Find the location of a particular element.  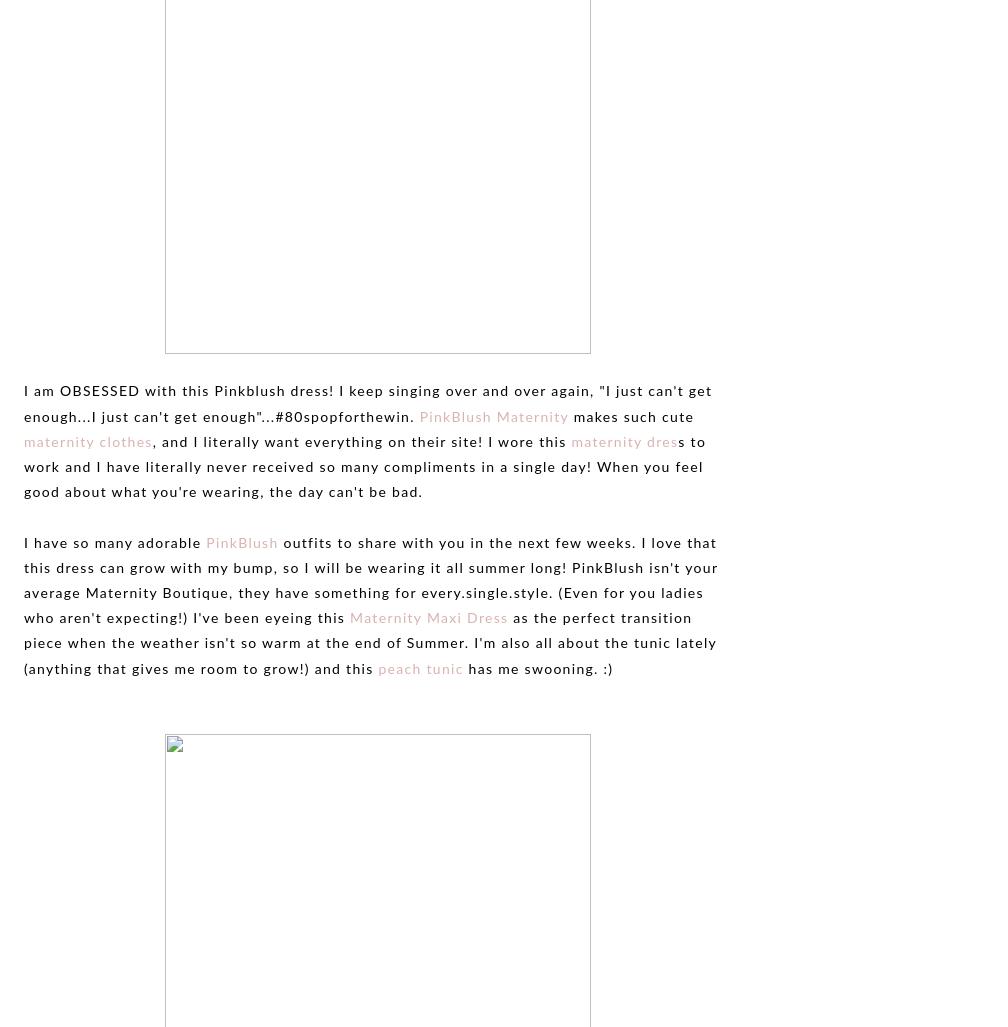

'outfits to share with you in the next few weeks. I love that this dress can grow with my bump, so I will be wearing it all summer long! PinkBlush isn't your average Maternity Boutique, they have something for every.single.style. (Even for you ladies who aren't expecting!) I've been eyeing this' is located at coordinates (23, 580).